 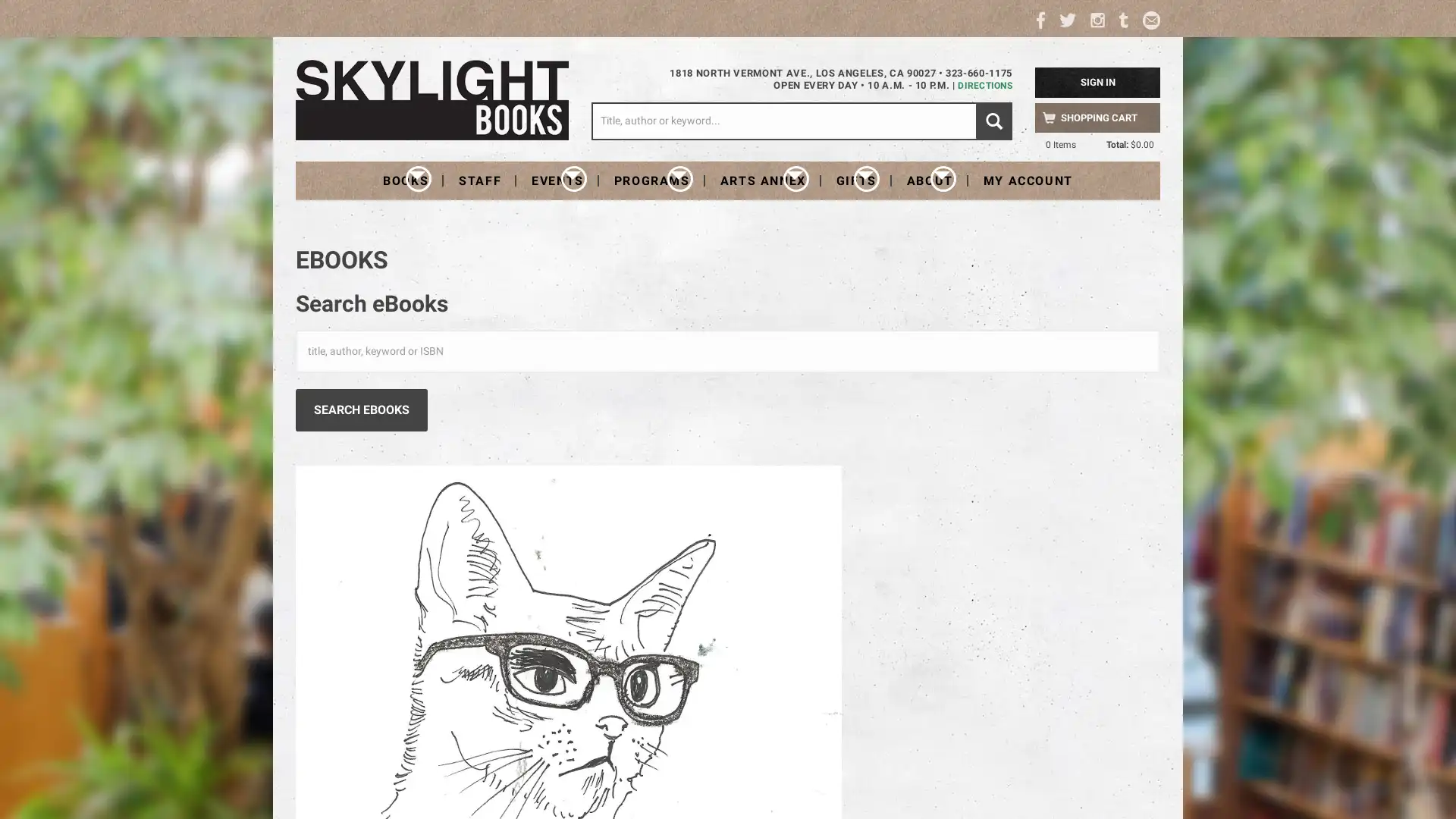 I want to click on search, so click(x=993, y=120).